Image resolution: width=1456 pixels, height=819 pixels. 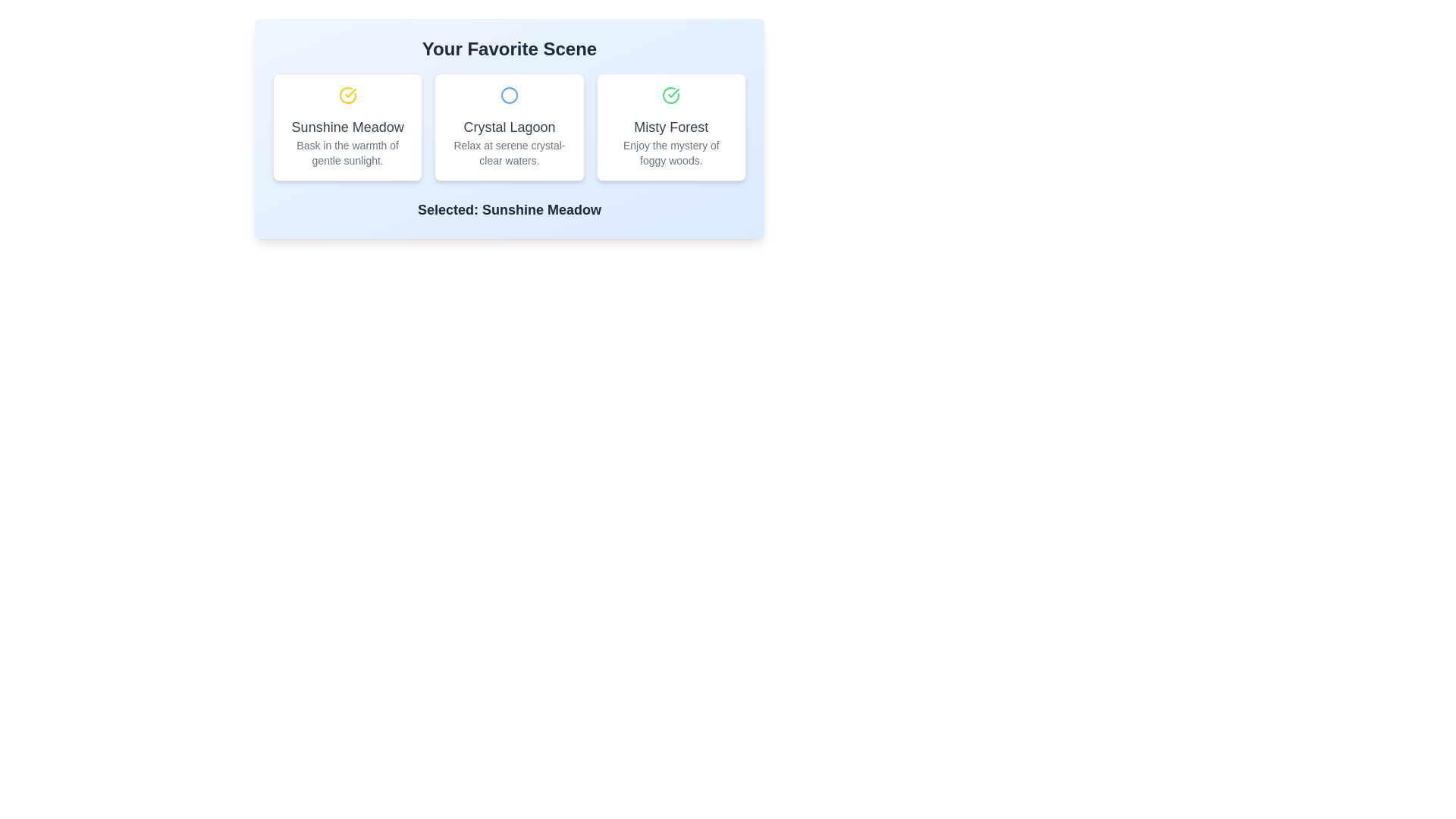 What do you see at coordinates (510, 96) in the screenshot?
I see `properties of the inner circle of the 'Crystal Lagoon' graphic icon, which has a blue outer border and white interior` at bounding box center [510, 96].